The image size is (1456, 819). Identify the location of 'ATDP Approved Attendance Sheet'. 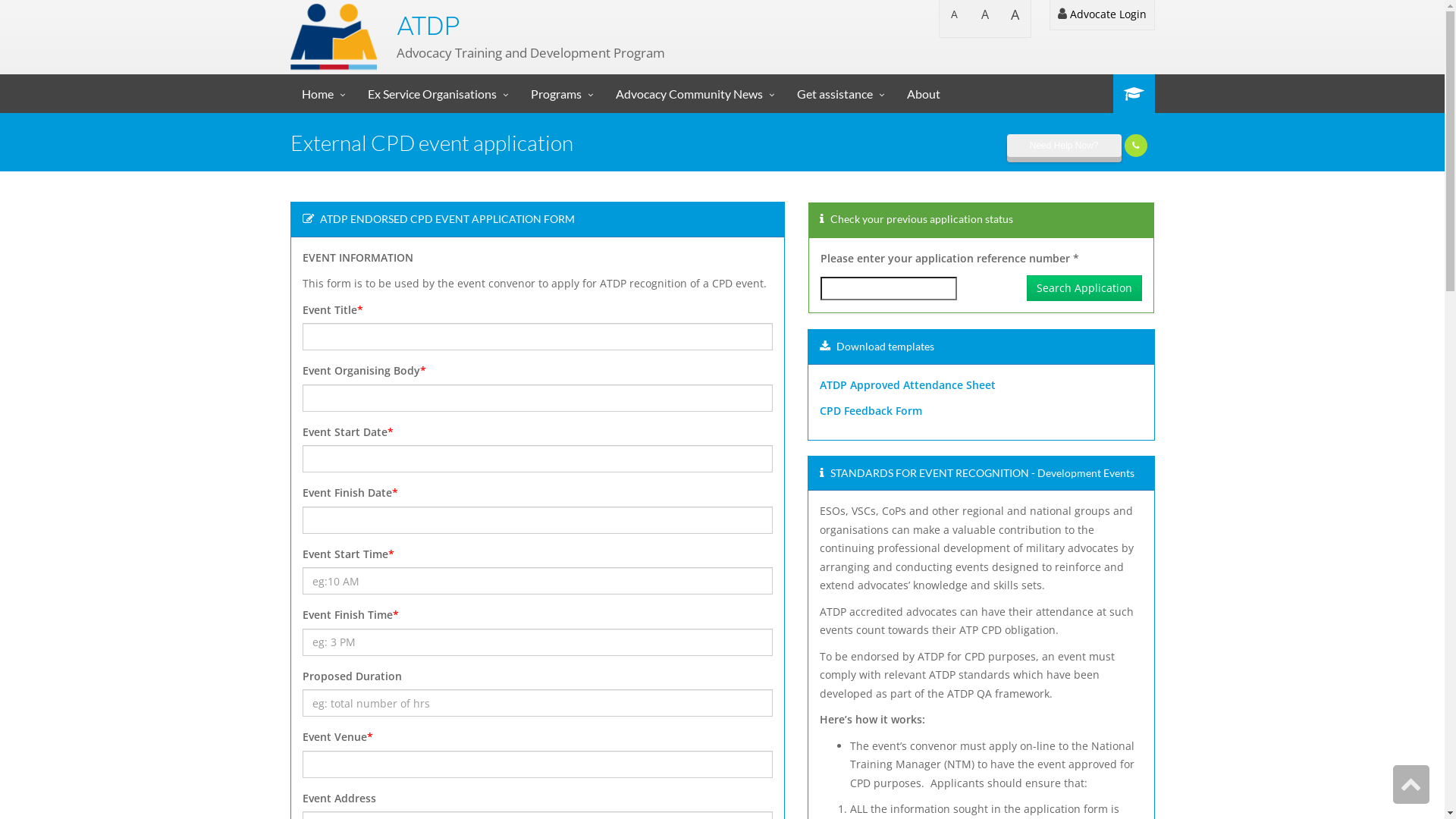
(907, 384).